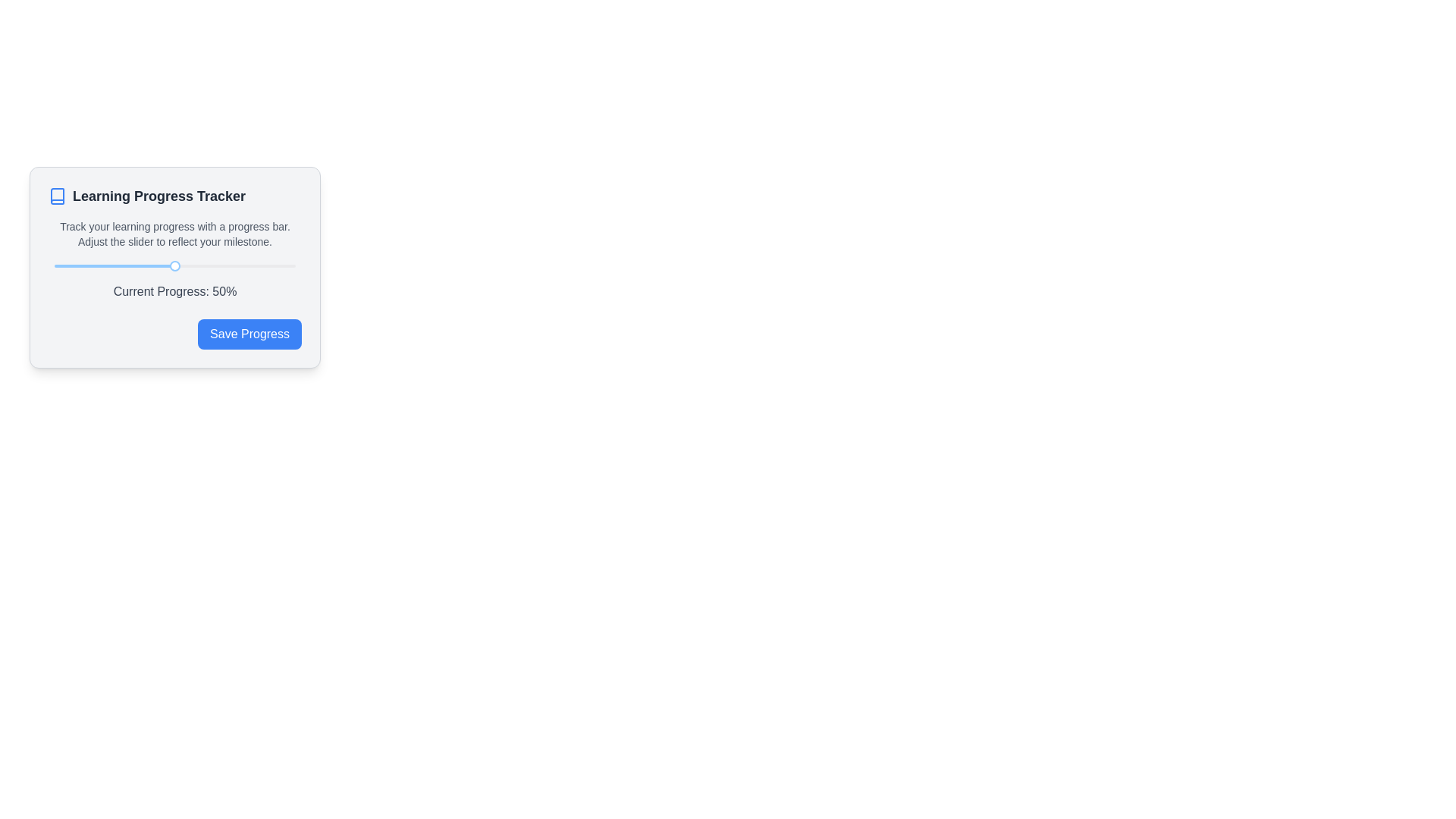 This screenshot has height=819, width=1456. Describe the element at coordinates (127, 265) in the screenshot. I see `the slider value` at that location.